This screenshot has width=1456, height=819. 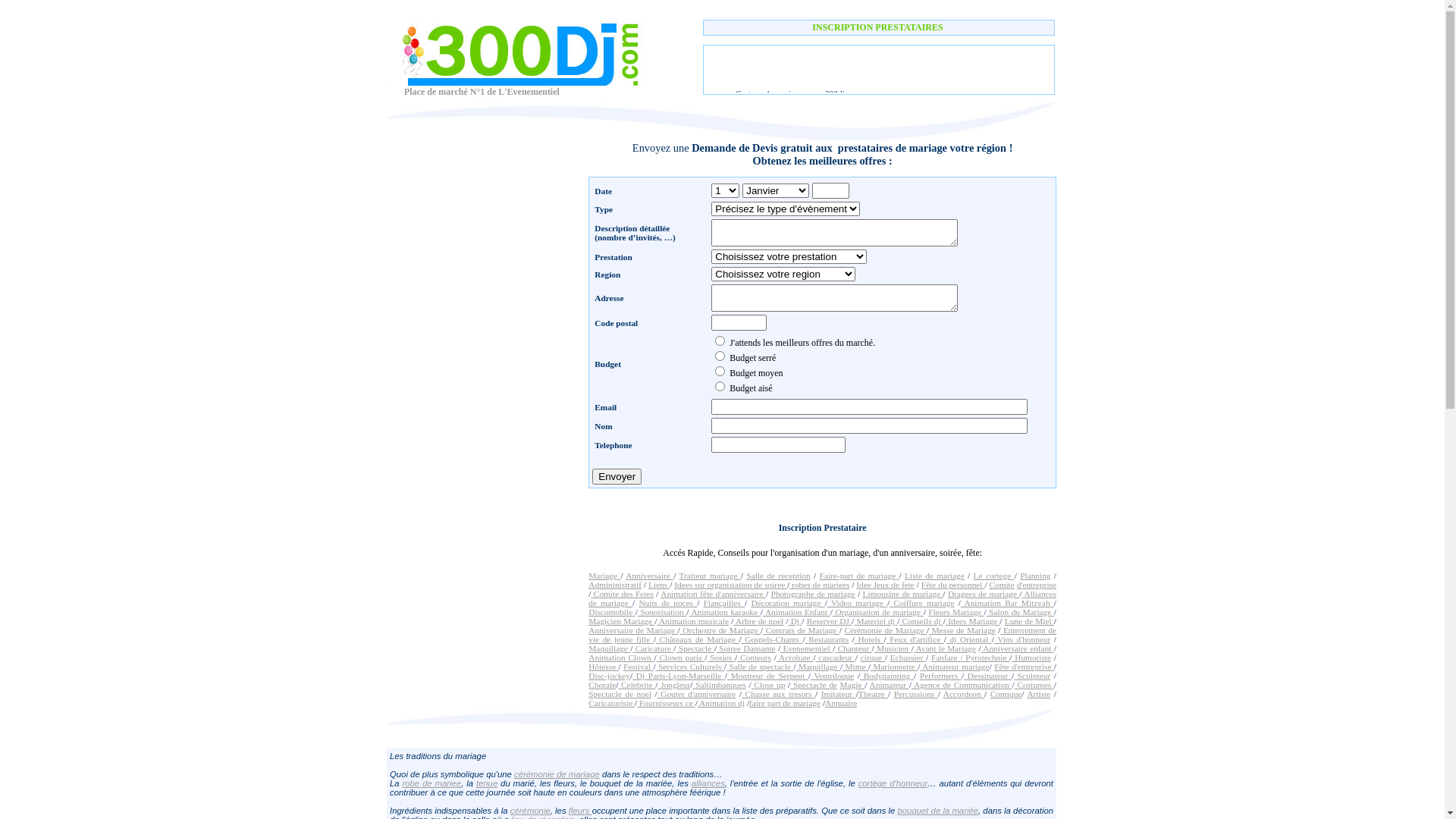 I want to click on 'Limousine de mariage', so click(x=902, y=593).